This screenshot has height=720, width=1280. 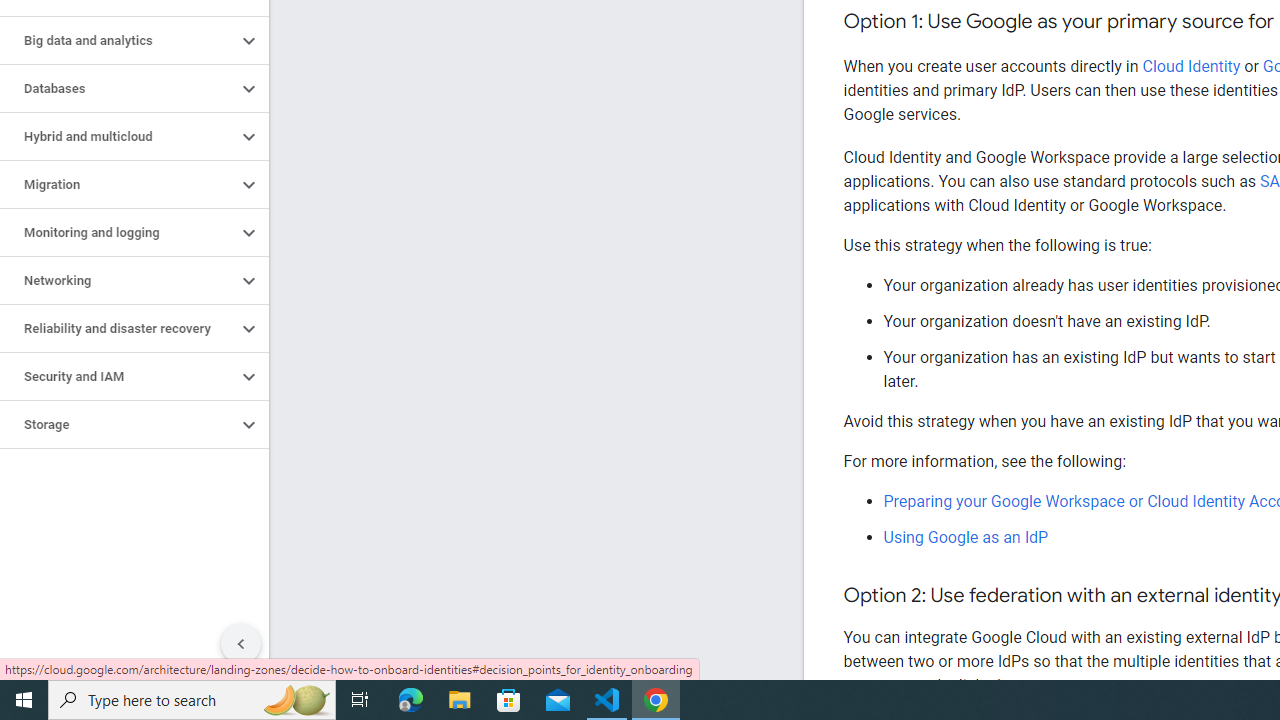 I want to click on 'Hybrid and multicloud', so click(x=117, y=136).